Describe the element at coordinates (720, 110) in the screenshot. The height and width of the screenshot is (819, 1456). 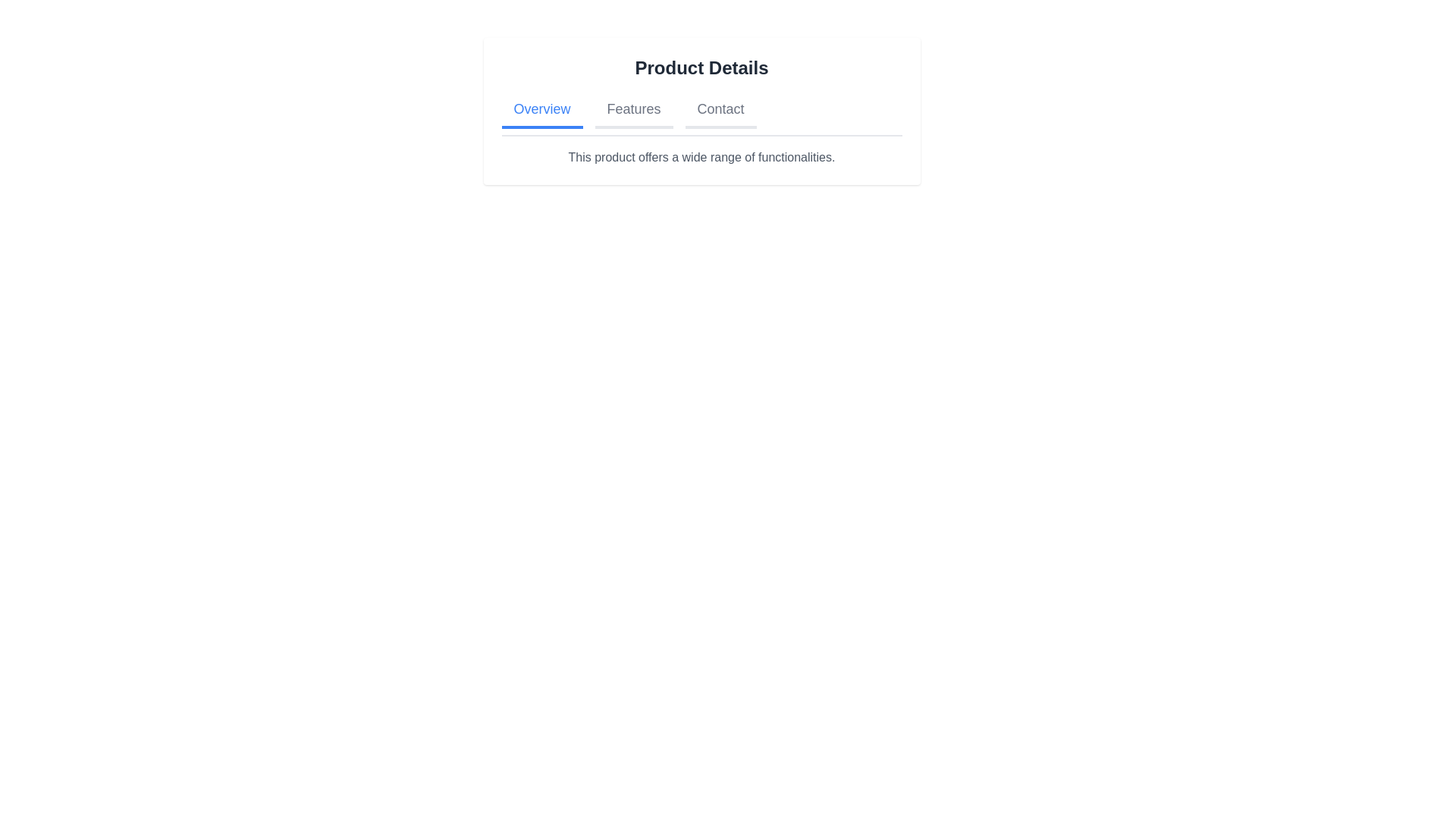
I see `the 'Contact' button-like navigational label in the navigation bar` at that location.